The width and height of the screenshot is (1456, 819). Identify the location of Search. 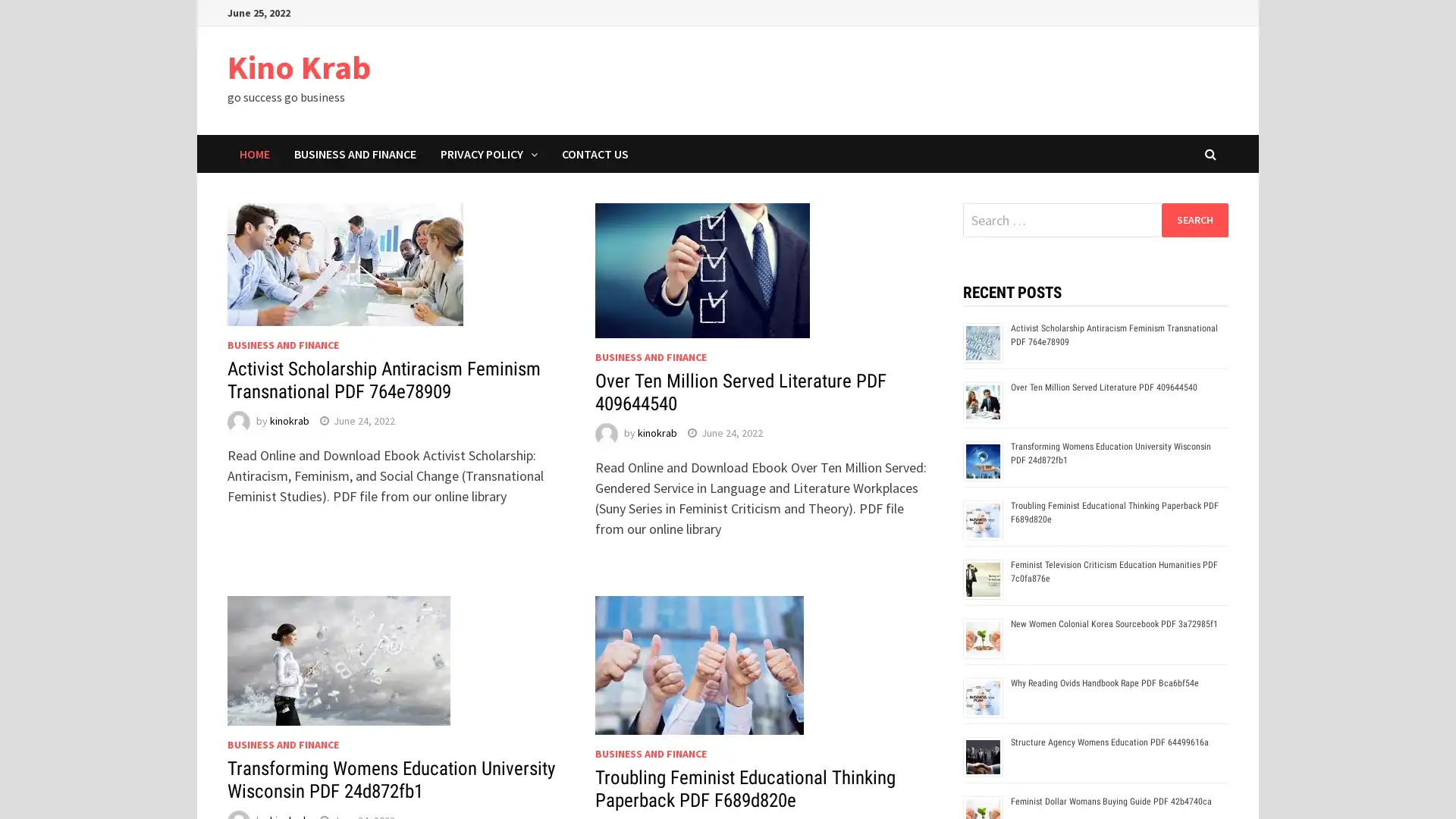
(1194, 219).